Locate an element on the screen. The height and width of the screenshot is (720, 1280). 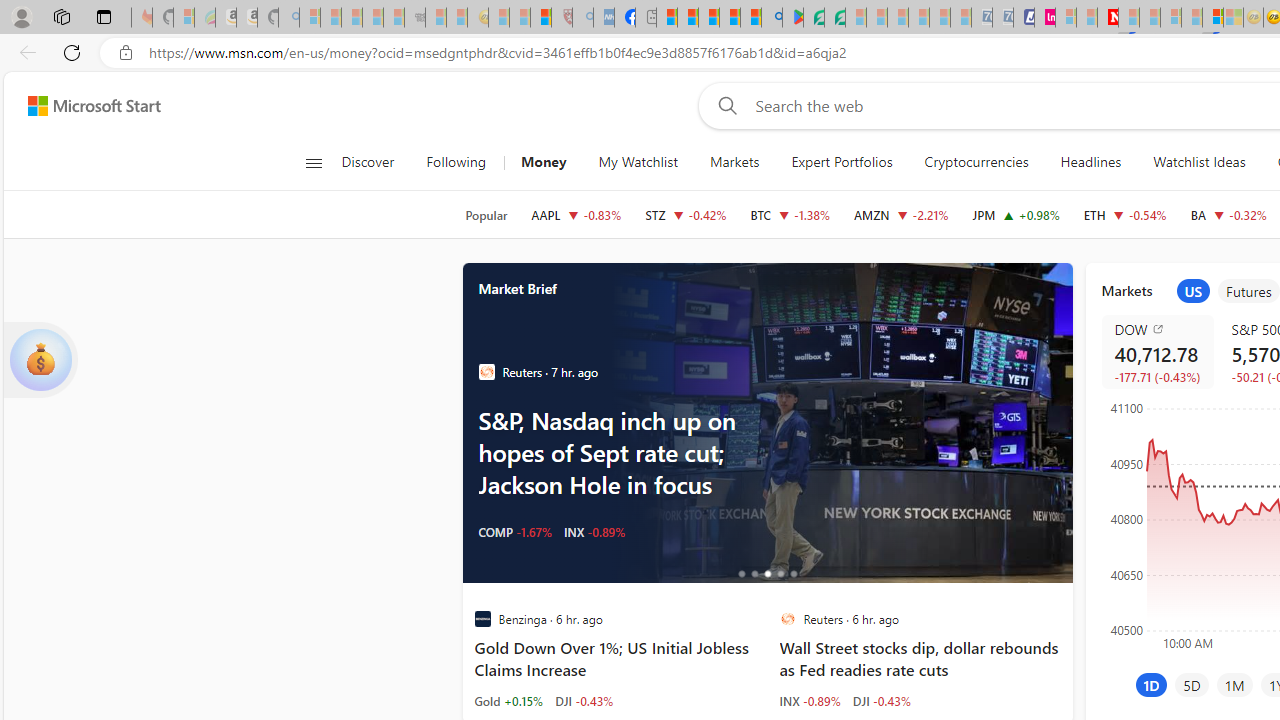
'Popular' is located at coordinates (486, 215).